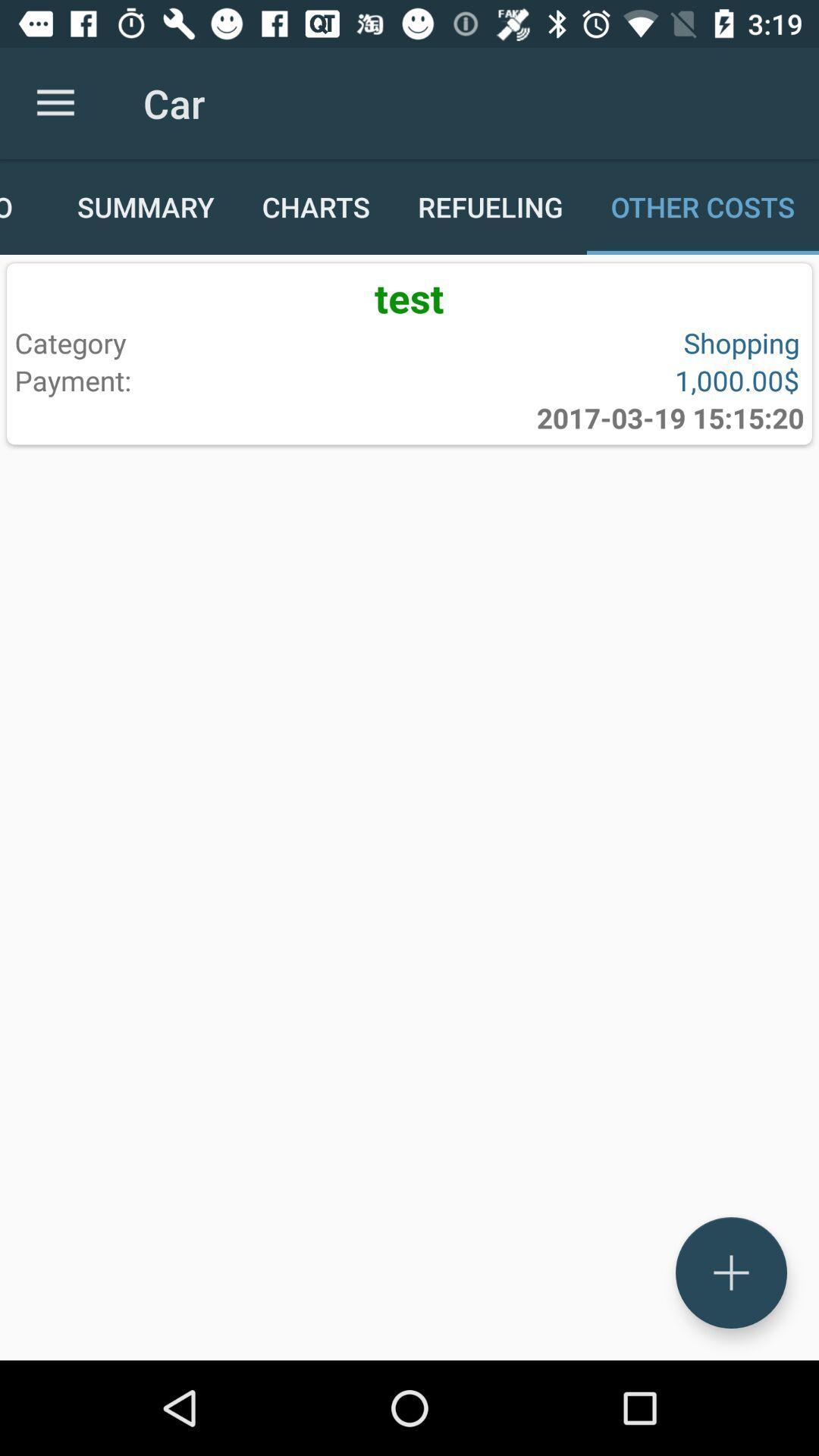 The height and width of the screenshot is (1456, 819). I want to click on item to the right of category icon, so click(601, 342).